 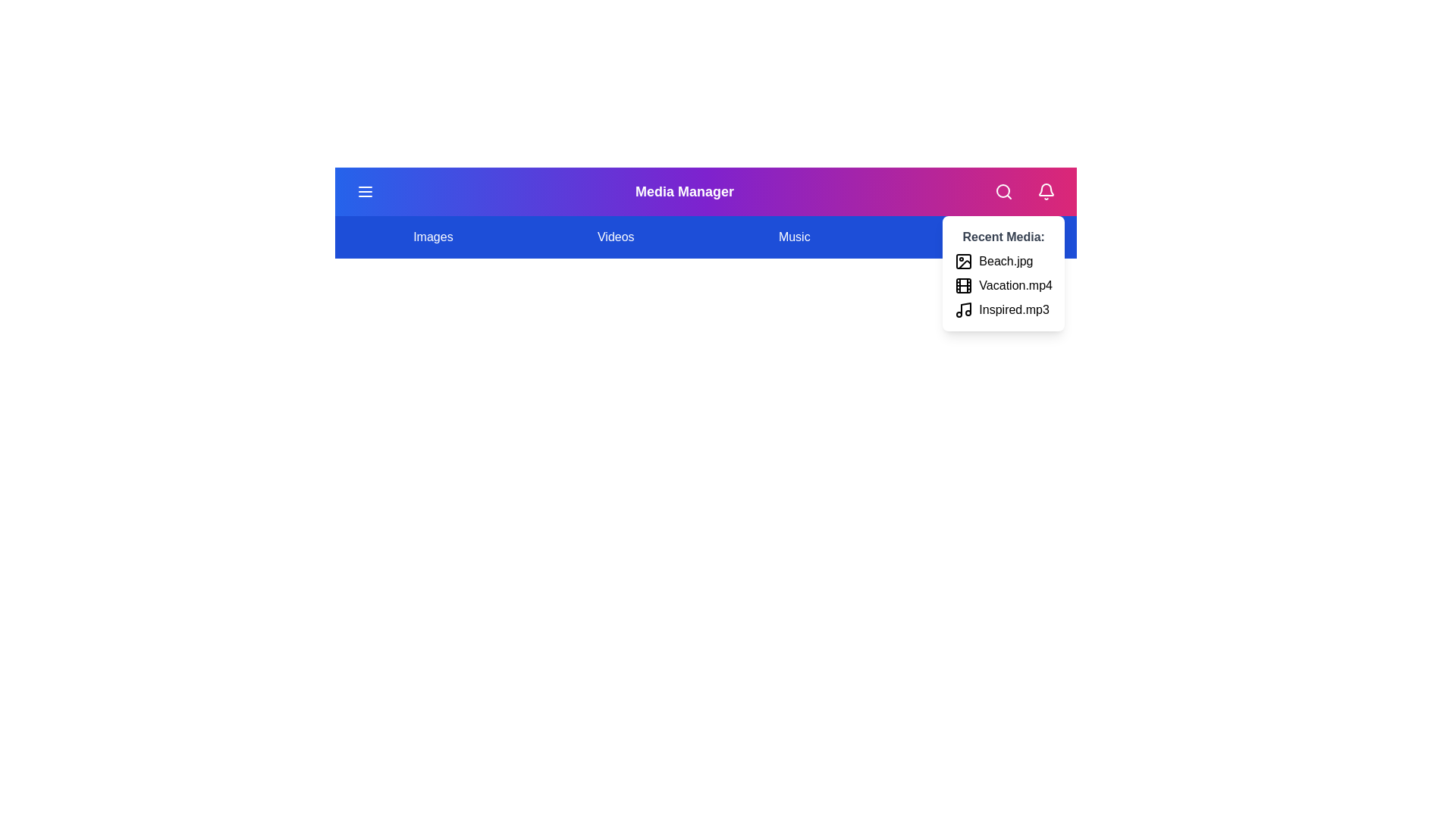 What do you see at coordinates (963, 260) in the screenshot?
I see `the media item Beach.jpg from the recent media list` at bounding box center [963, 260].